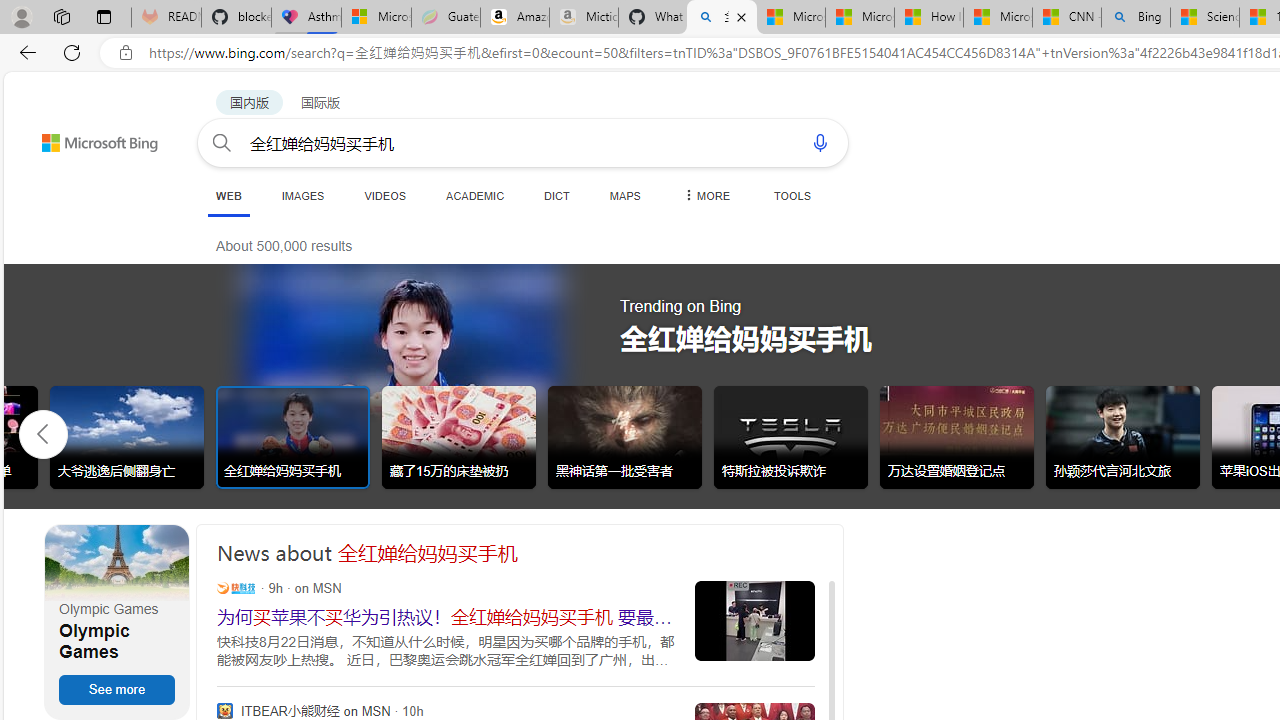  Describe the element at coordinates (474, 195) in the screenshot. I see `'ACADEMIC'` at that location.